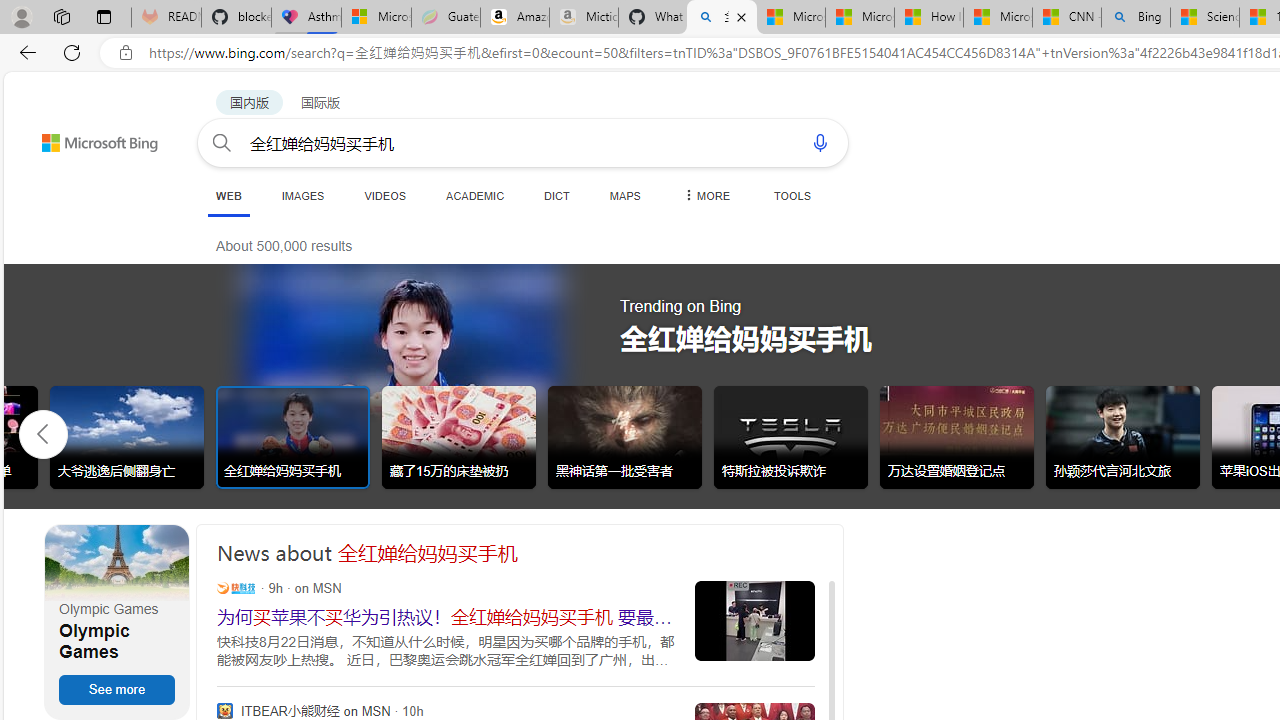  Describe the element at coordinates (474, 195) in the screenshot. I see `'ACADEMIC'` at that location.